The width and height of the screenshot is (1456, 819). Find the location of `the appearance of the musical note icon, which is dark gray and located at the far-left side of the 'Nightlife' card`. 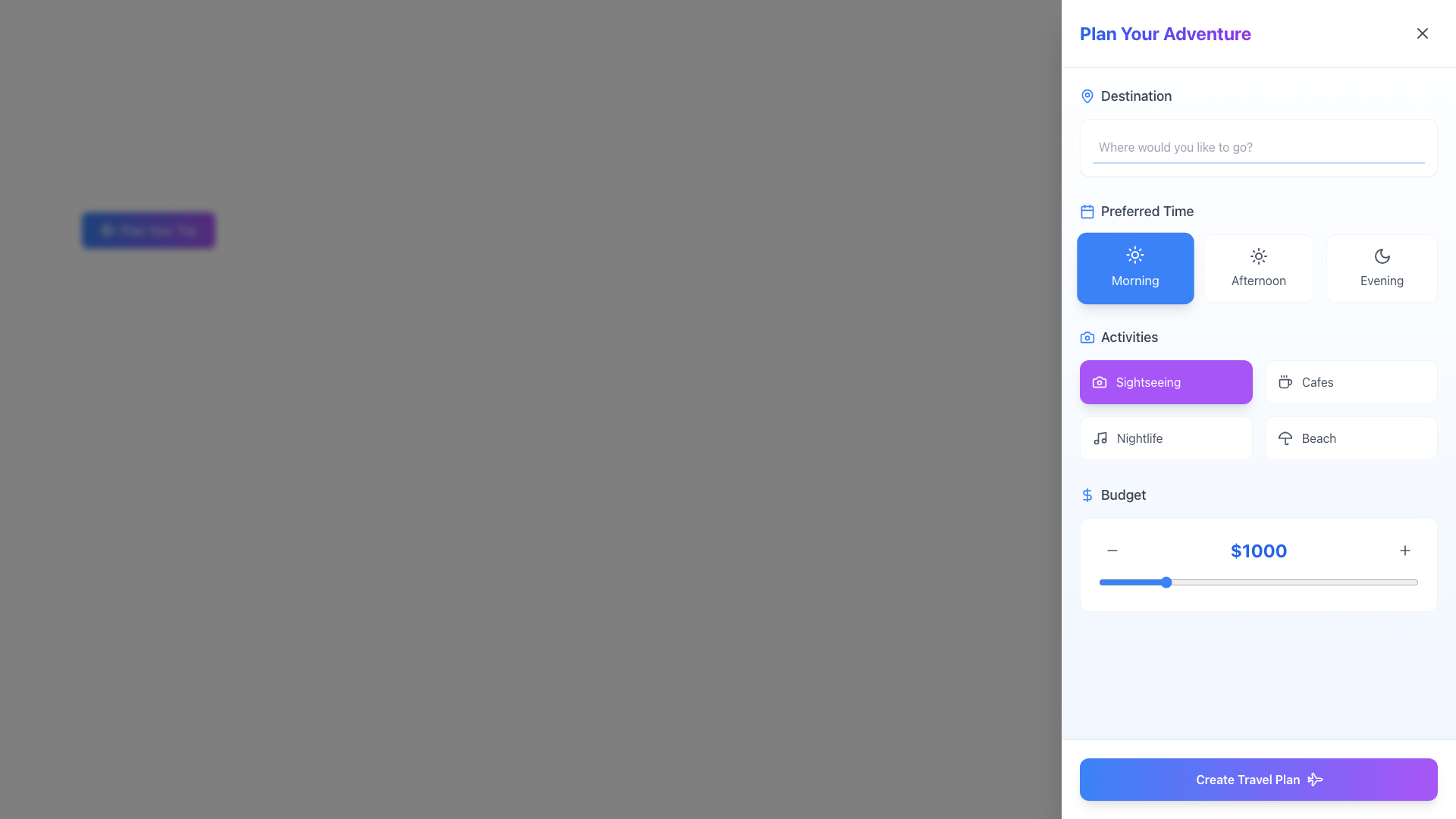

the appearance of the musical note icon, which is dark gray and located at the far-left side of the 'Nightlife' card is located at coordinates (1100, 438).